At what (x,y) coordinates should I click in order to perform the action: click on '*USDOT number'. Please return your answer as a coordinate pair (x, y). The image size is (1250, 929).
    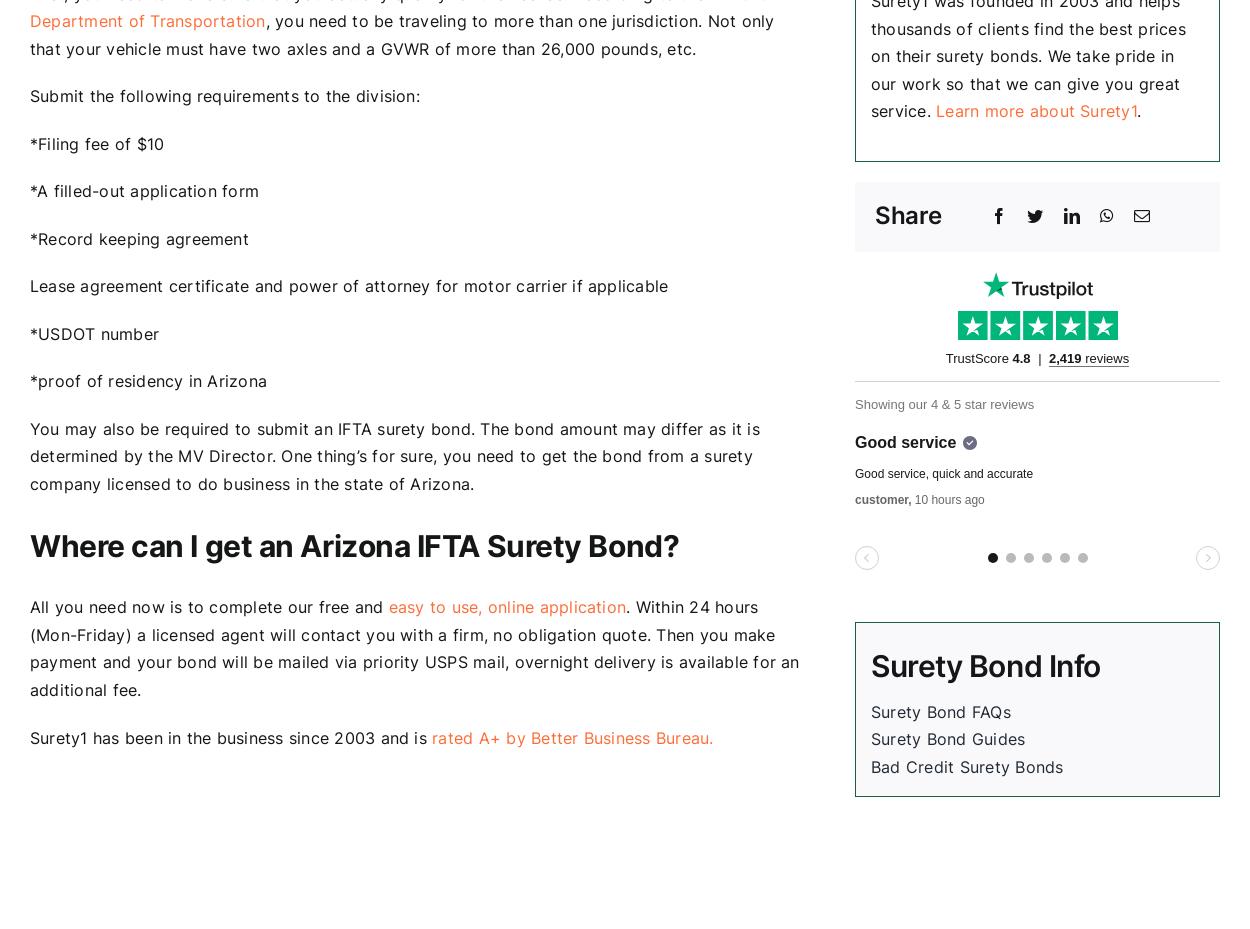
    Looking at the image, I should click on (93, 332).